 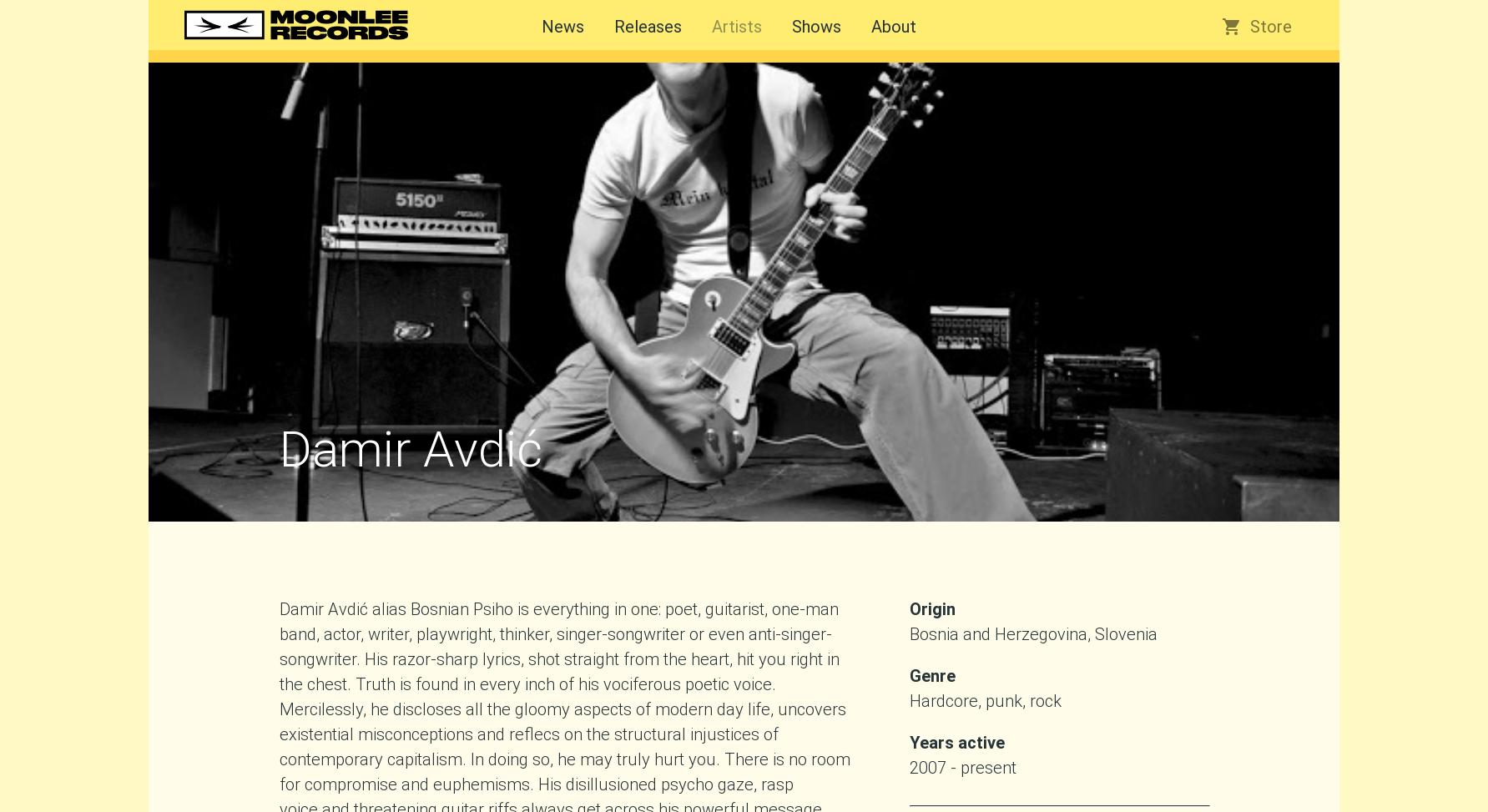 I want to click on 'Hardcore, punk, rock', so click(x=985, y=700).